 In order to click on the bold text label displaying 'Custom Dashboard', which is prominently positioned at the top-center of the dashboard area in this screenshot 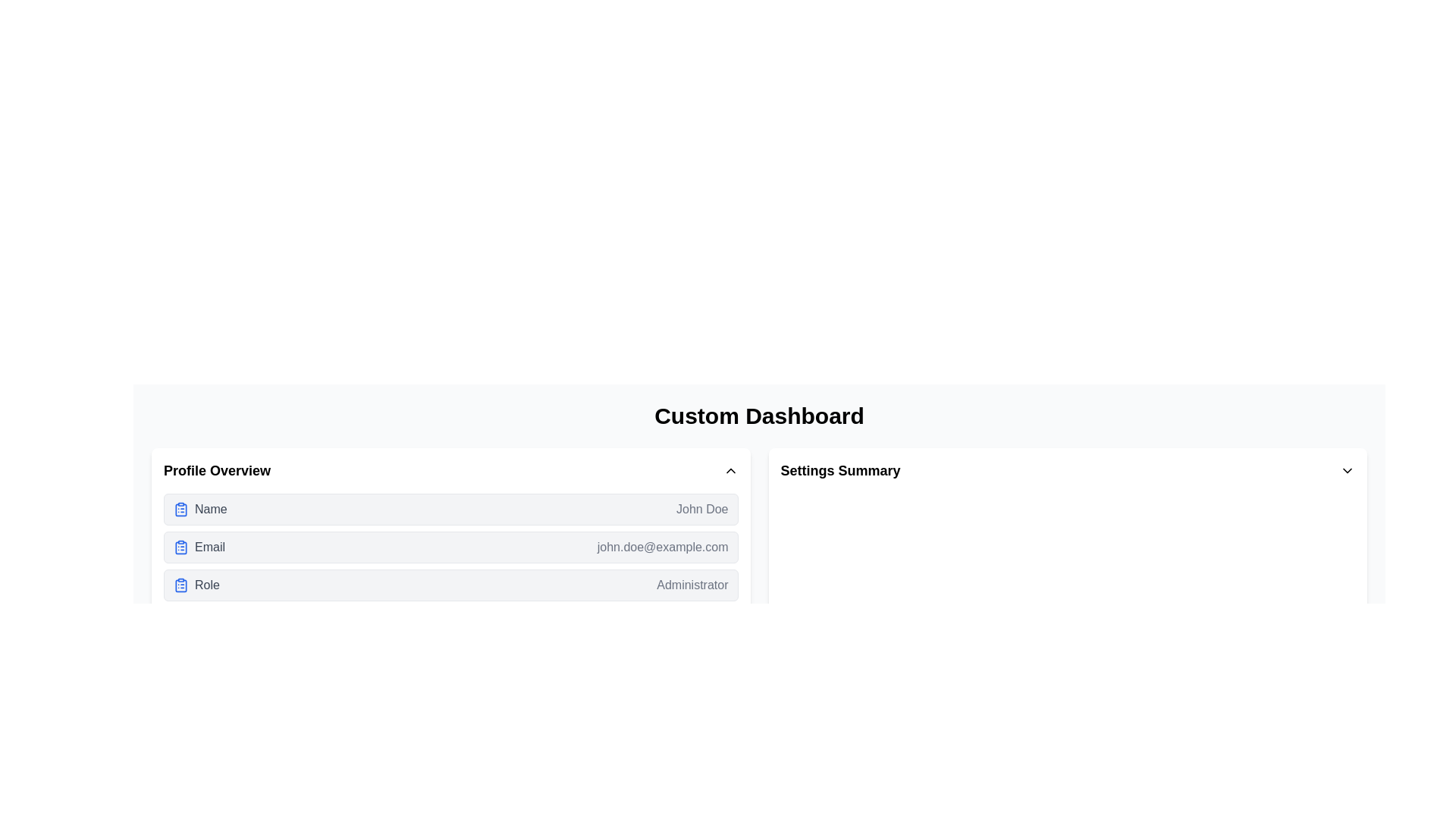, I will do `click(759, 416)`.